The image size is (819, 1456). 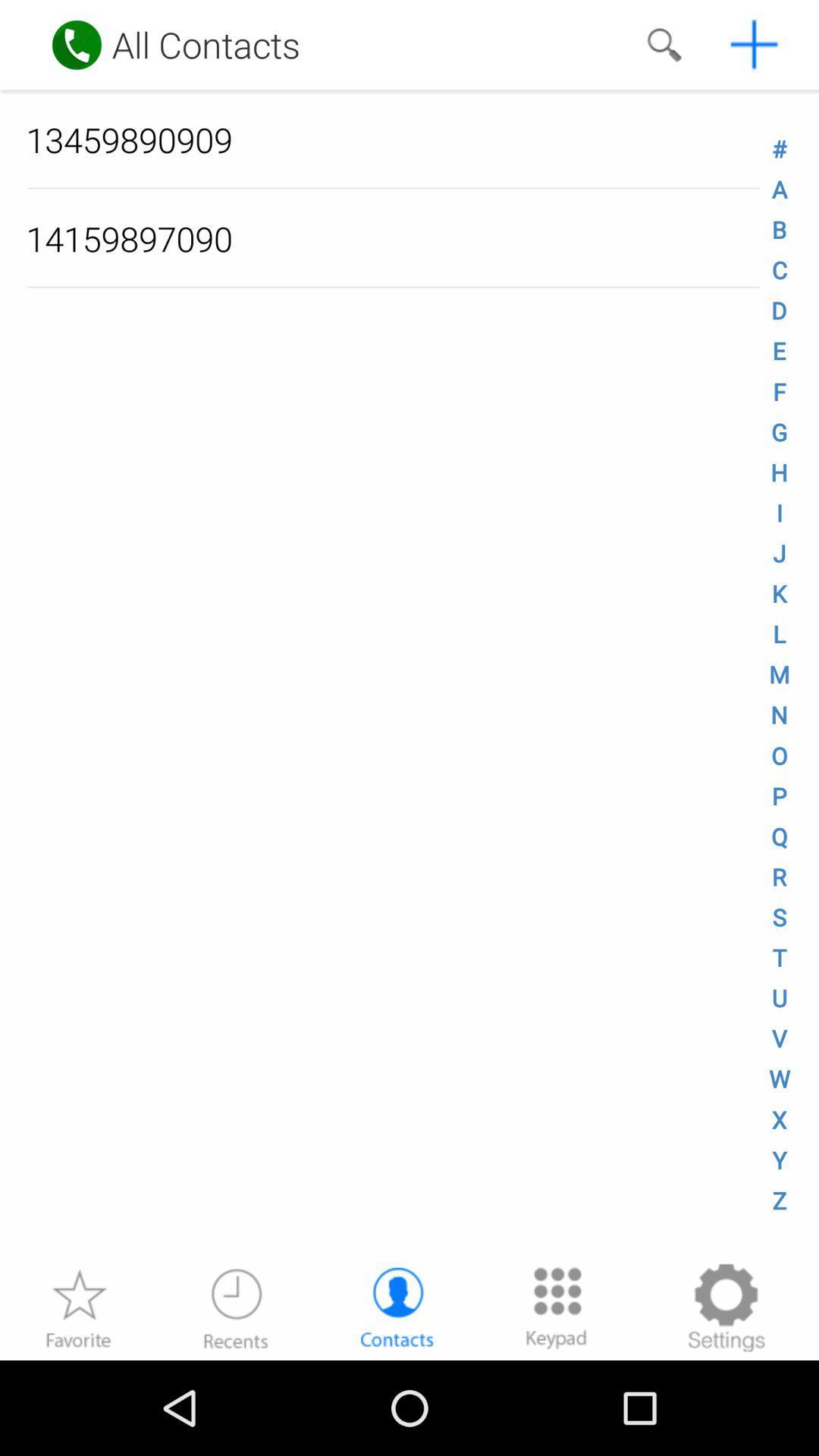 I want to click on clock page, so click(x=236, y=1307).